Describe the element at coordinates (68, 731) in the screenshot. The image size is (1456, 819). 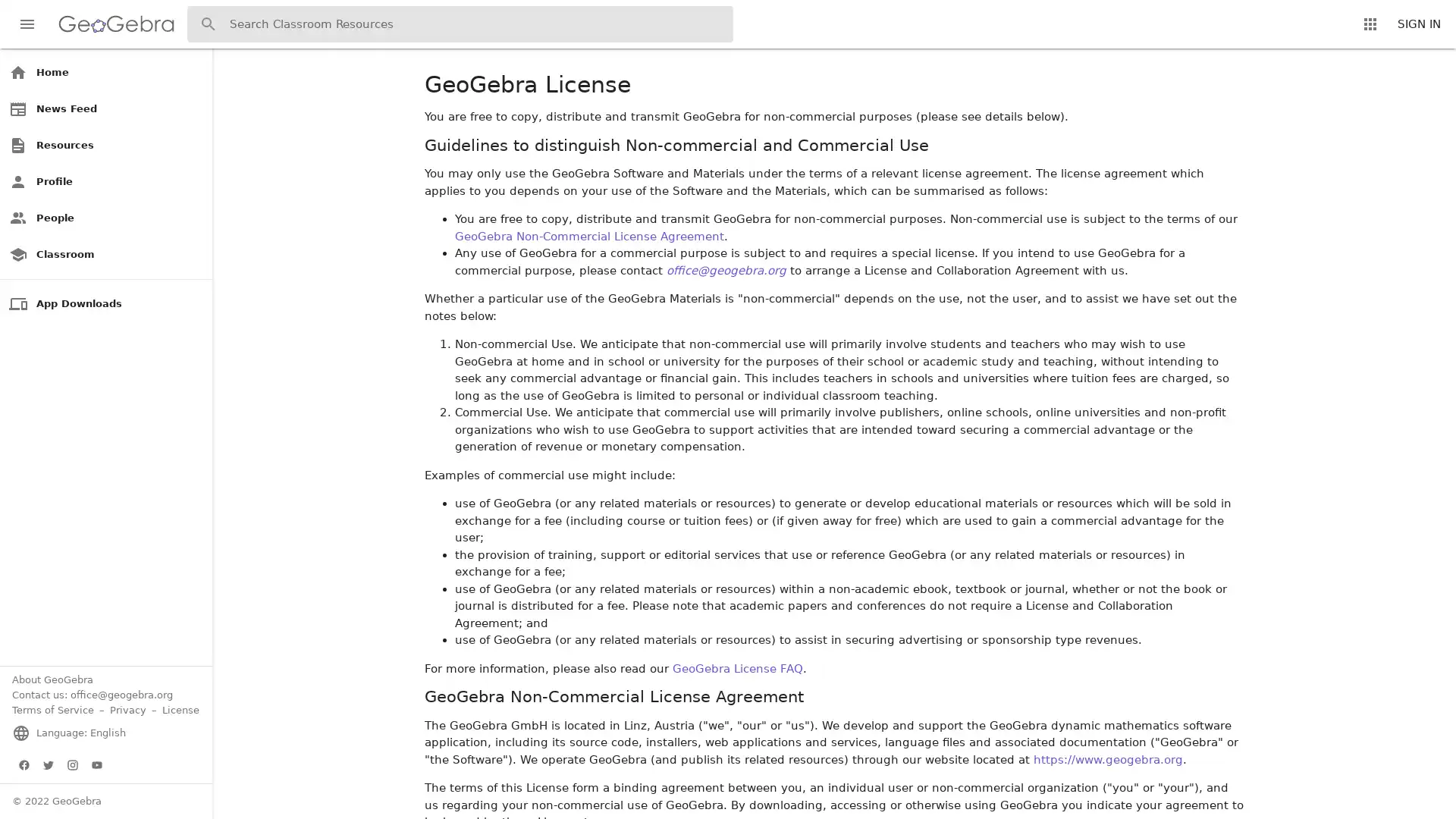
I see `Language: English` at that location.